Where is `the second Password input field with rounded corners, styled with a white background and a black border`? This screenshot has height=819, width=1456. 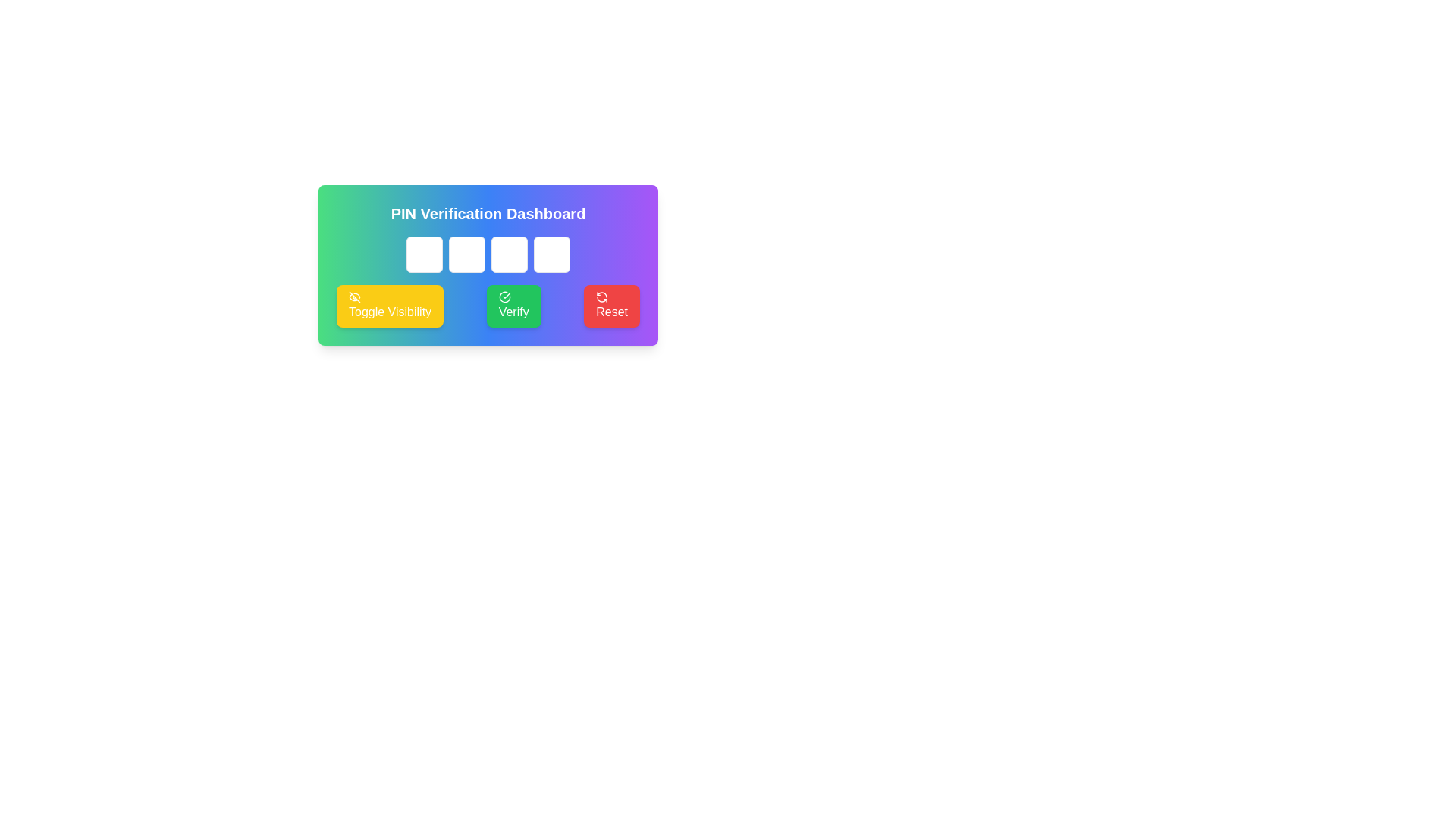 the second Password input field with rounded corners, styled with a white background and a black border is located at coordinates (466, 253).